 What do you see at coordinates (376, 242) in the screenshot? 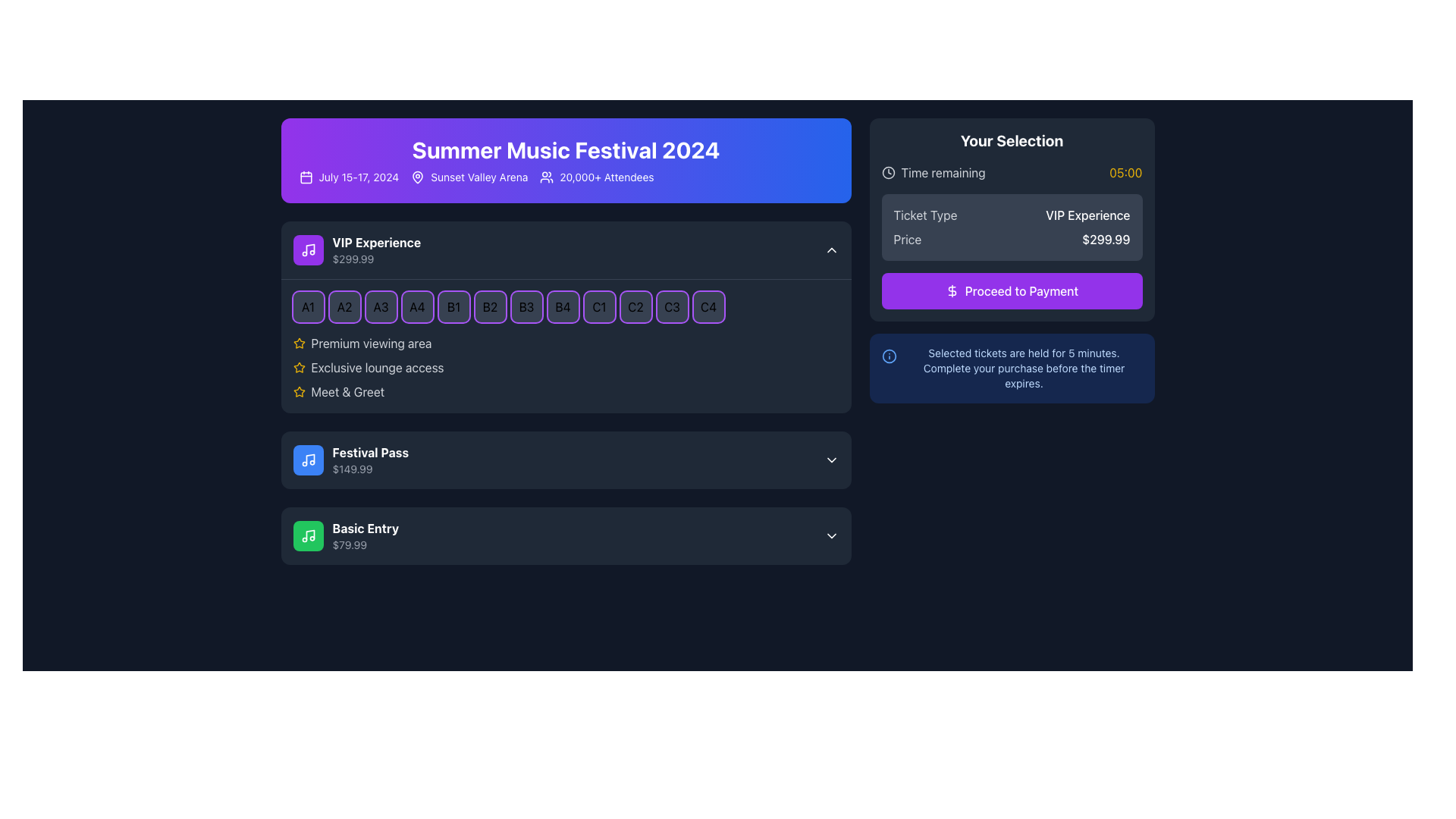
I see `the bold-text label reading 'VIP Experience' at the top of the event ticket card` at bounding box center [376, 242].